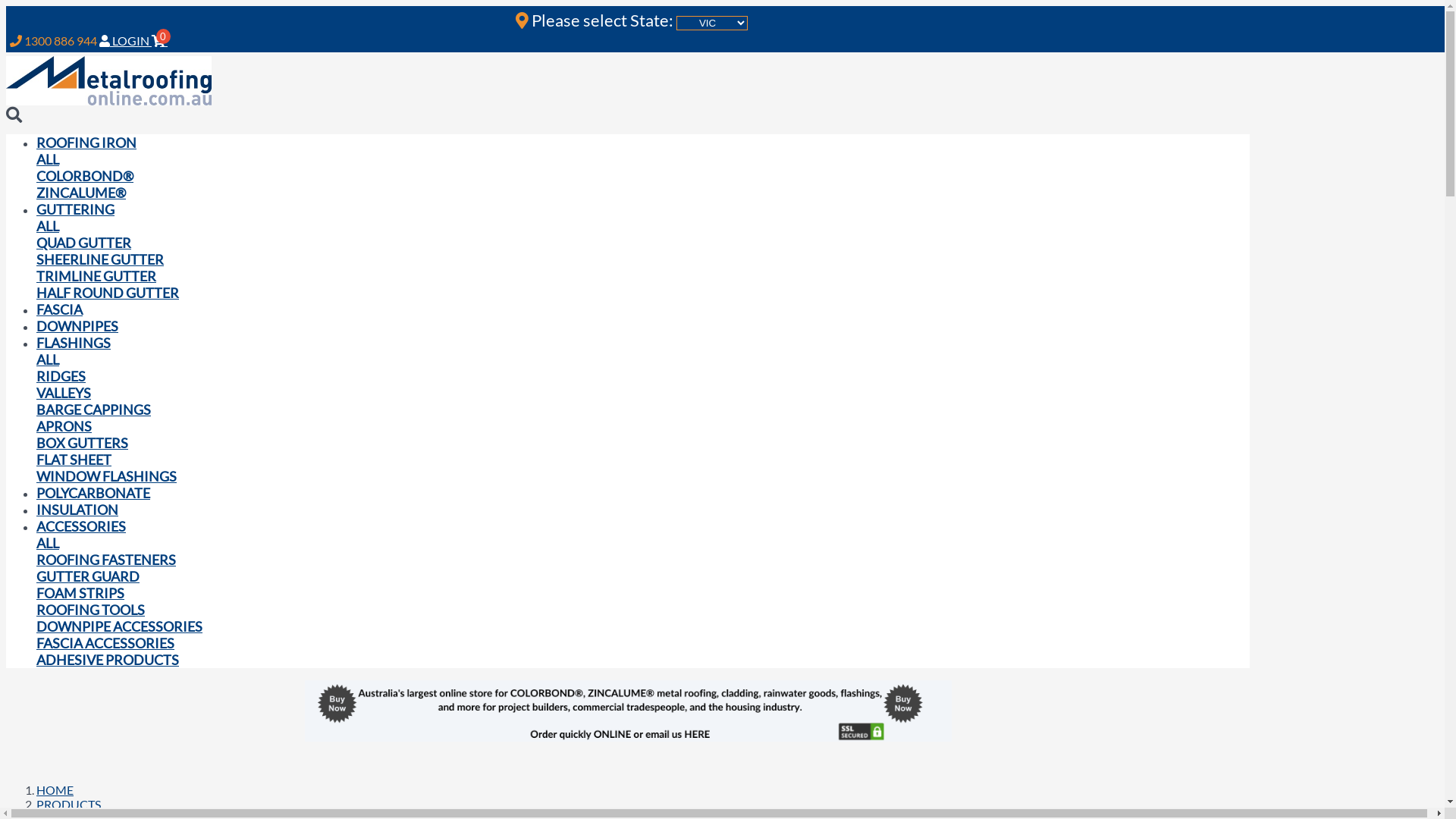  Describe the element at coordinates (98, 39) in the screenshot. I see `'LOGIN'` at that location.